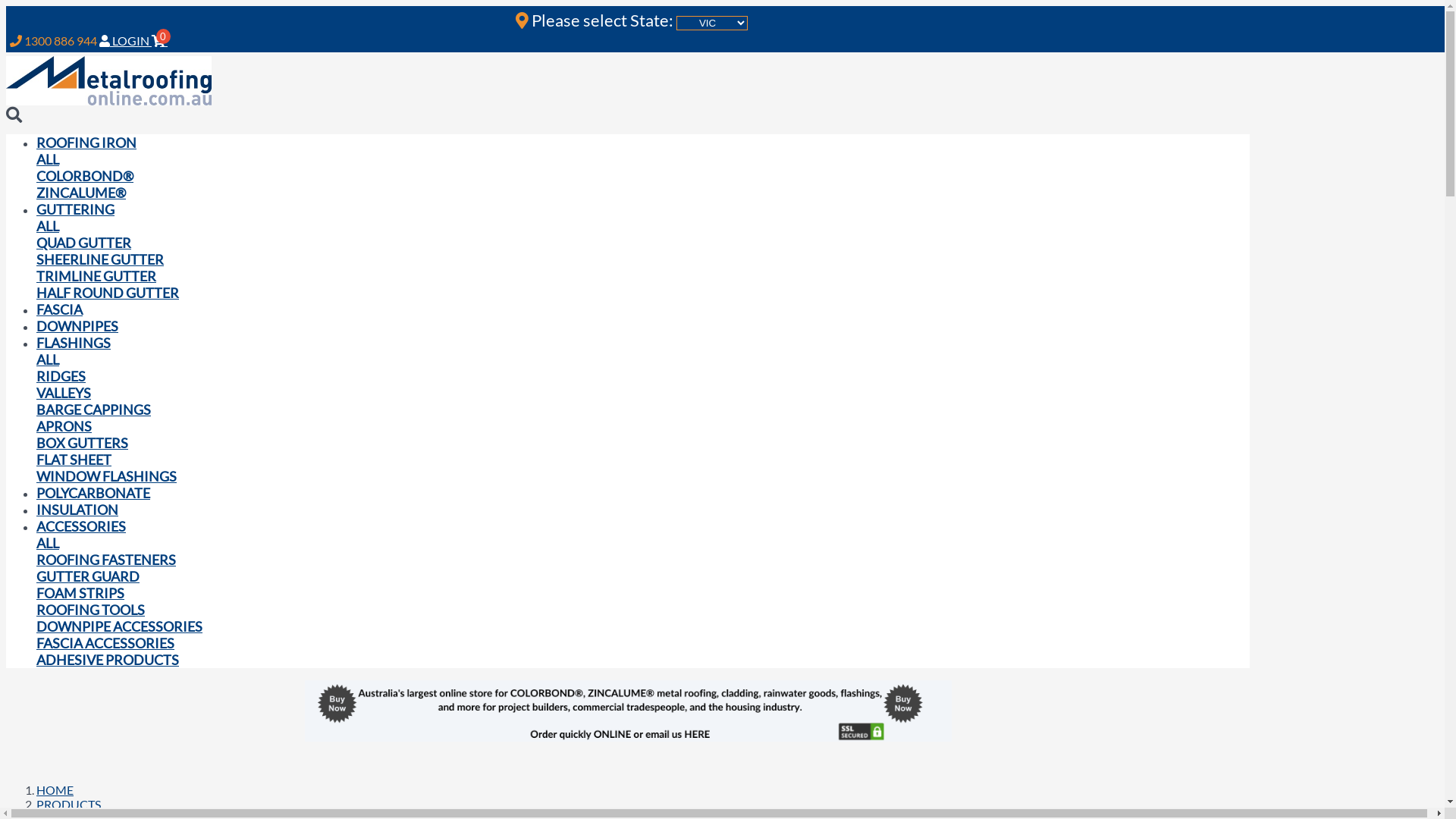  Describe the element at coordinates (98, 39) in the screenshot. I see `'LOGIN'` at that location.